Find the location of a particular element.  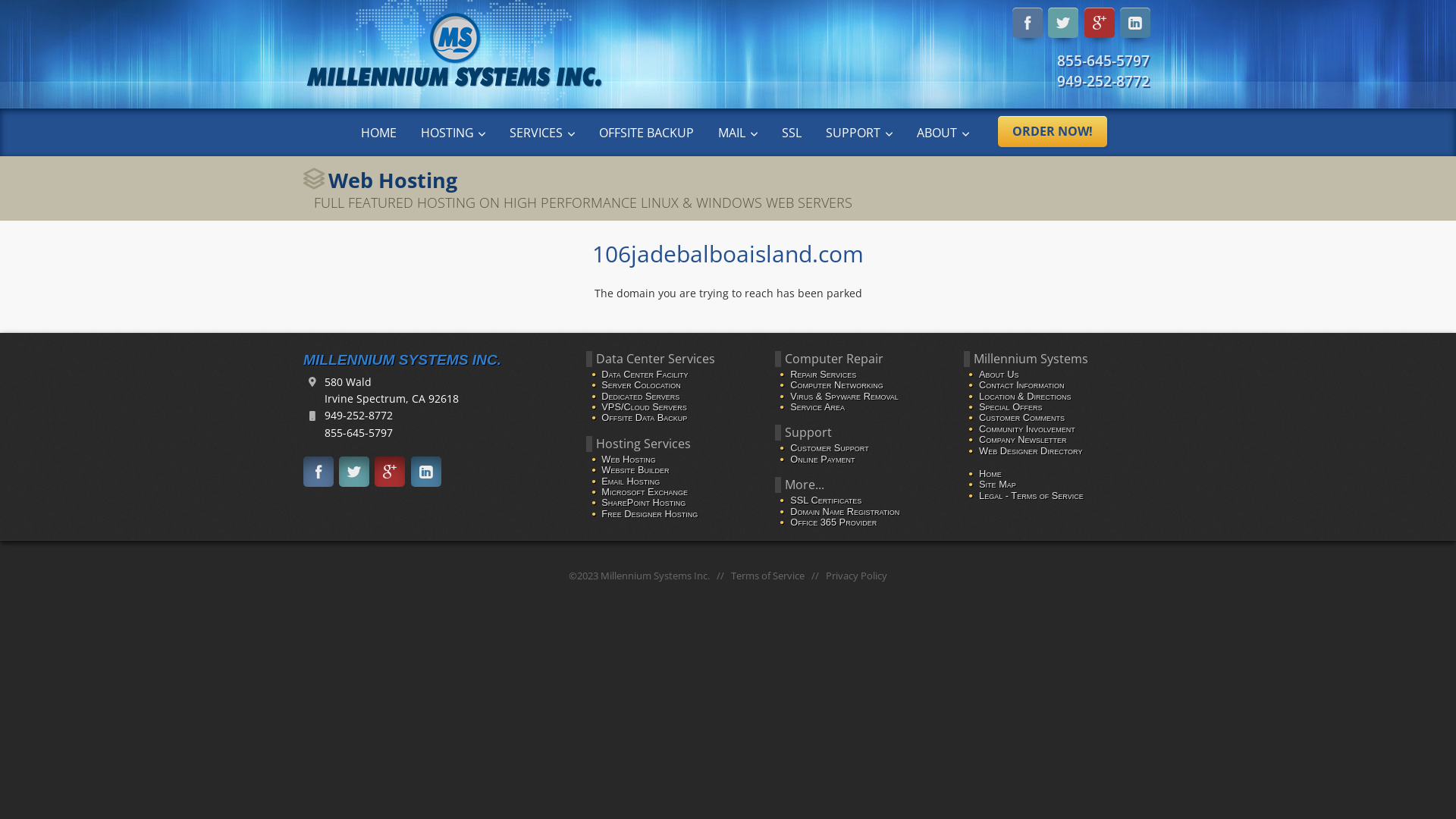

'Data Center Facility' is located at coordinates (644, 374).